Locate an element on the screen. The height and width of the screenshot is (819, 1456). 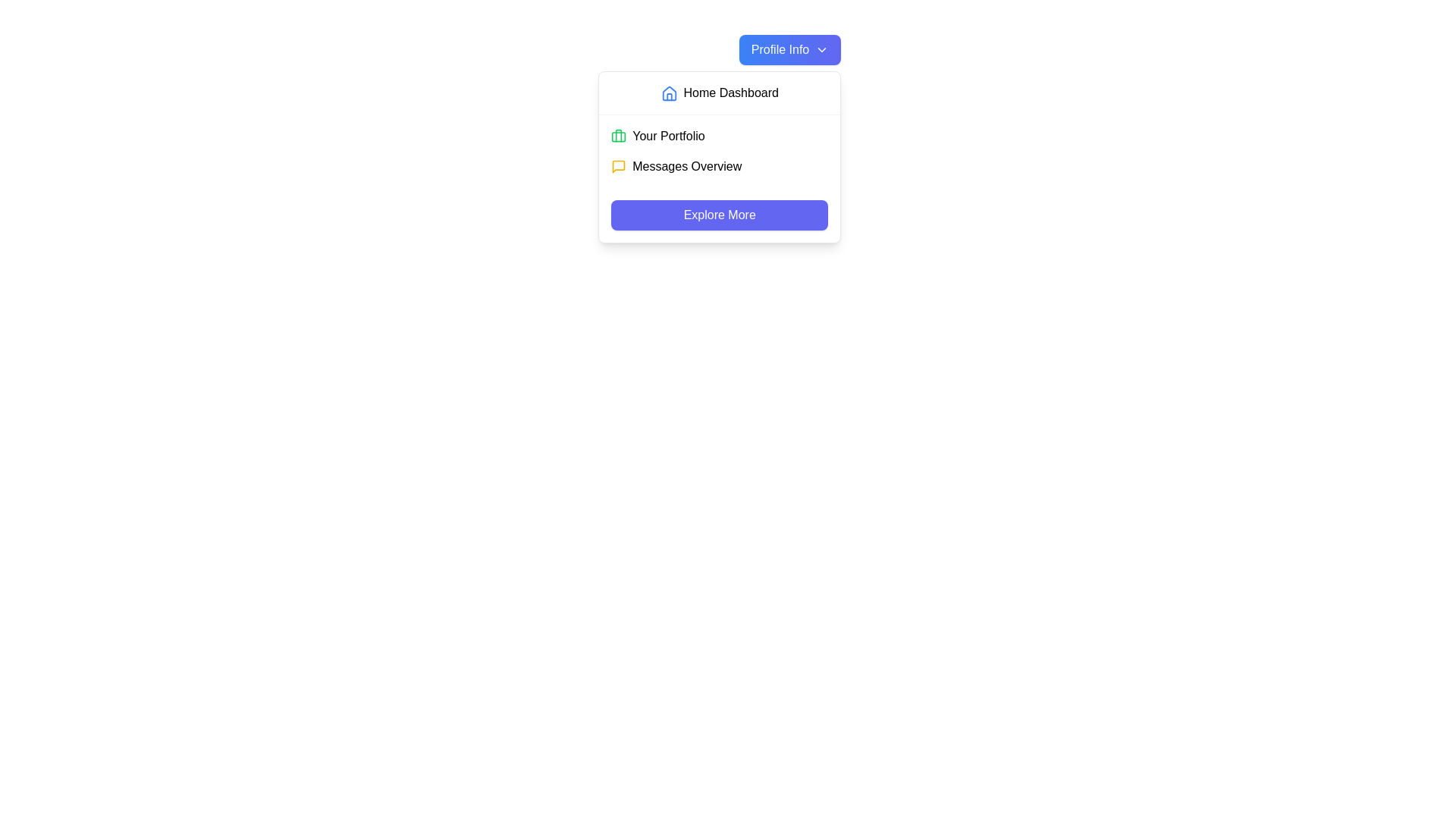
the downward chevron indicator located to the right of the 'Profile Info' text is located at coordinates (821, 49).